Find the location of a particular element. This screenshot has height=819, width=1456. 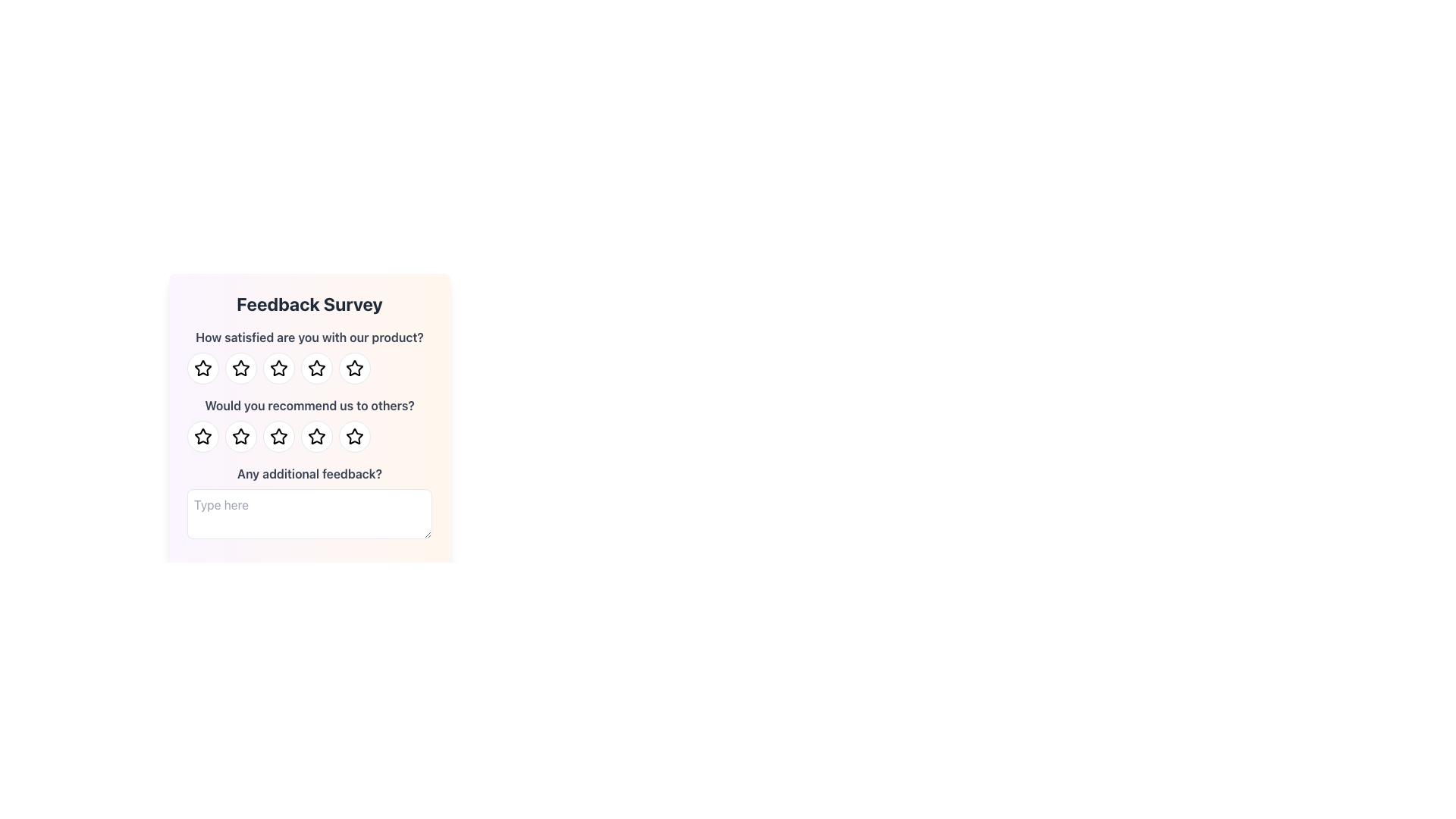

the fifth star button in the second row of the feedback form is located at coordinates (353, 436).